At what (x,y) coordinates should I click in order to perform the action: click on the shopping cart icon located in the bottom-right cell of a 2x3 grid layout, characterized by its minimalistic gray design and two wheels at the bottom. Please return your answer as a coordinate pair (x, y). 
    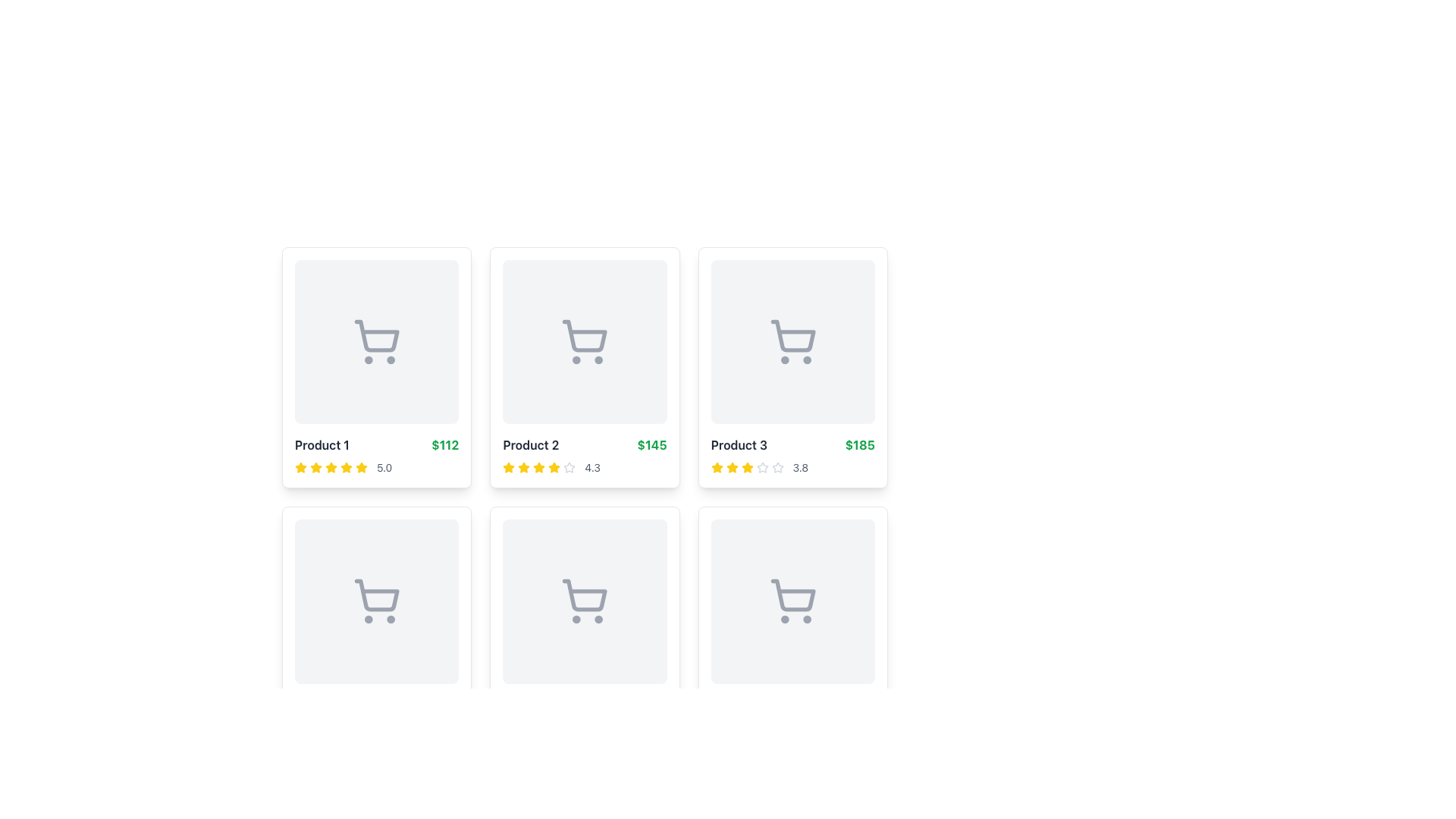
    Looking at the image, I should click on (792, 601).